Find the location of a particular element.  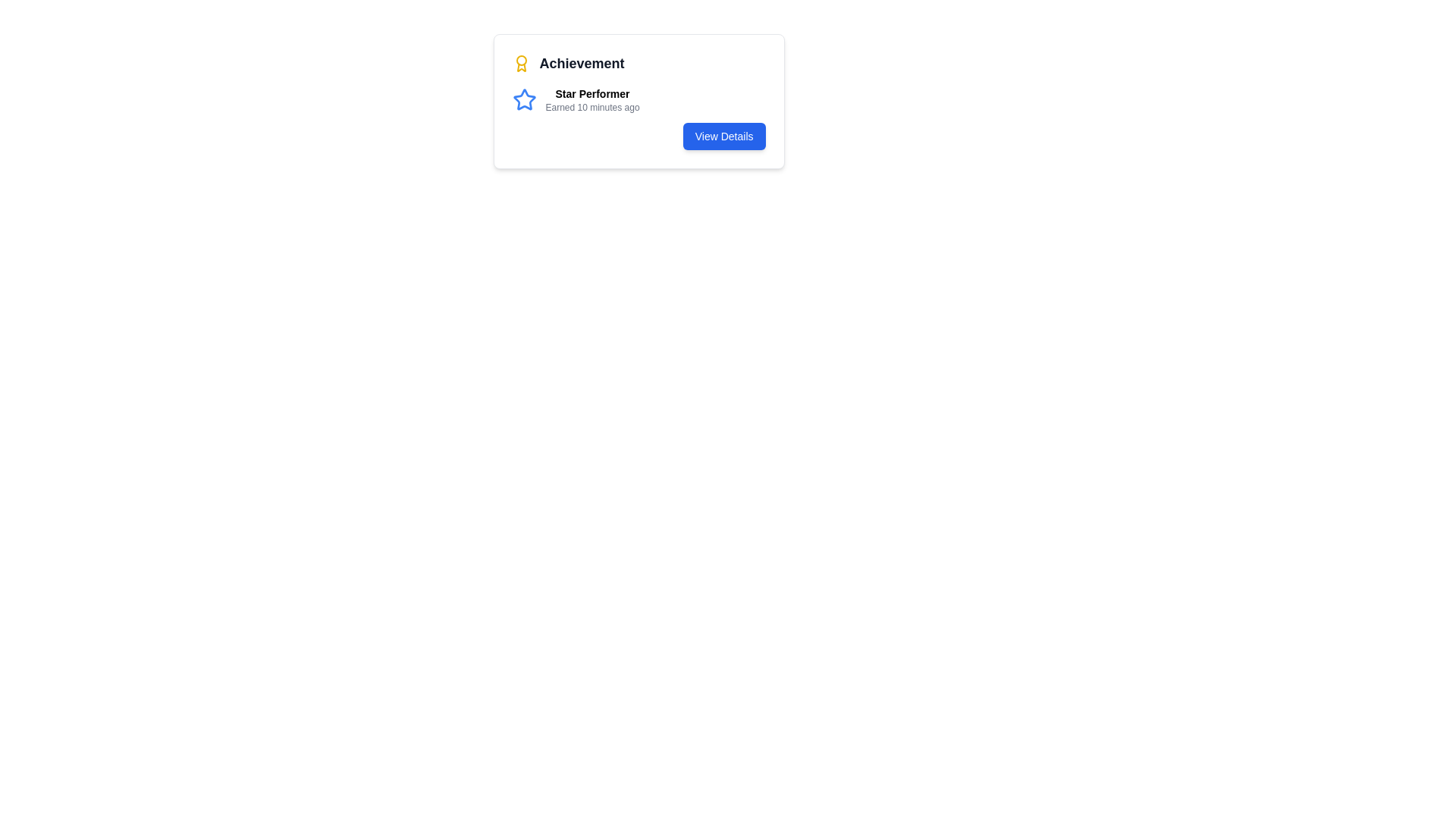

the Star icon in the notification card is located at coordinates (524, 99).